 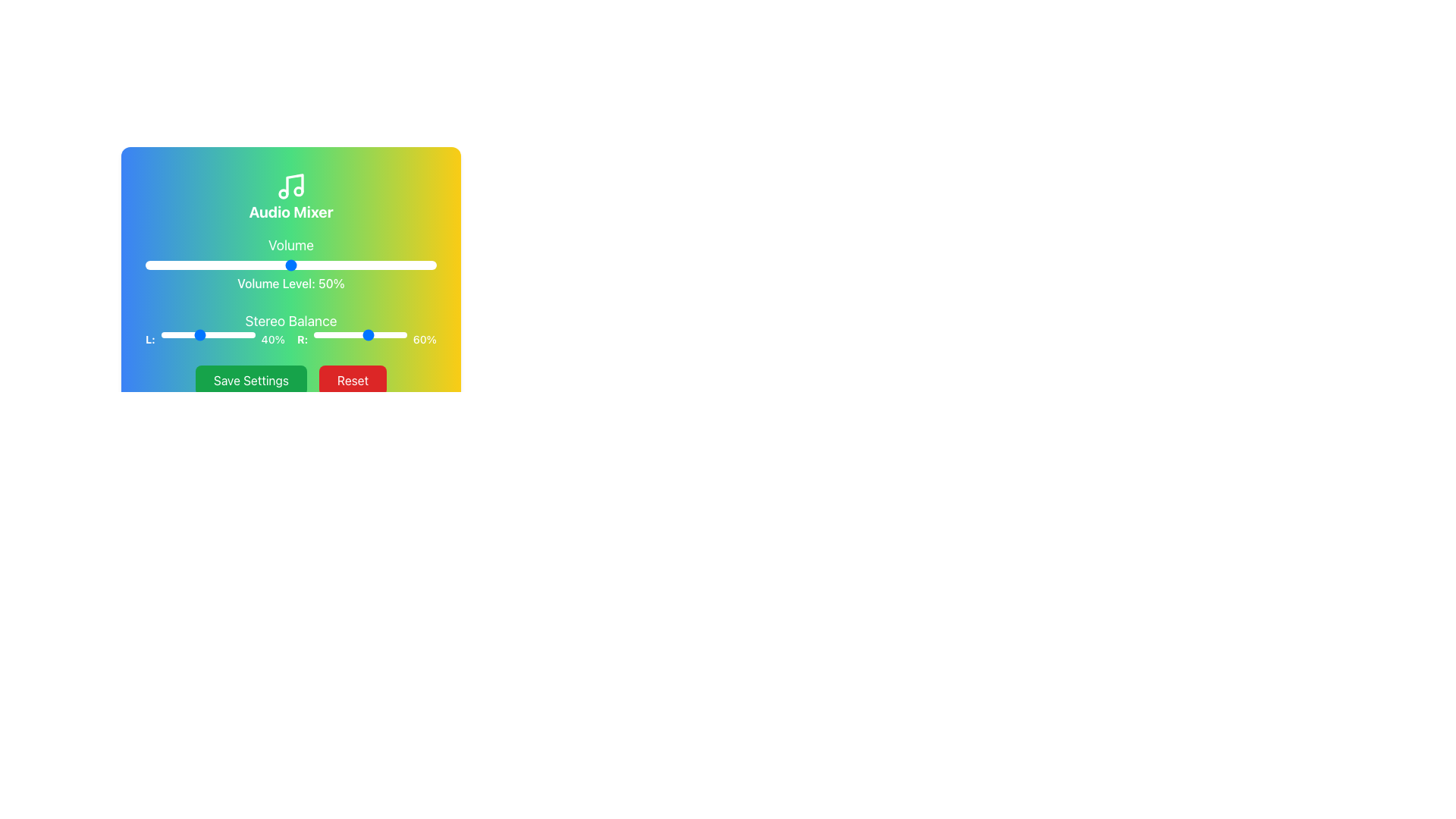 What do you see at coordinates (238, 334) in the screenshot?
I see `the left stereo balance` at bounding box center [238, 334].